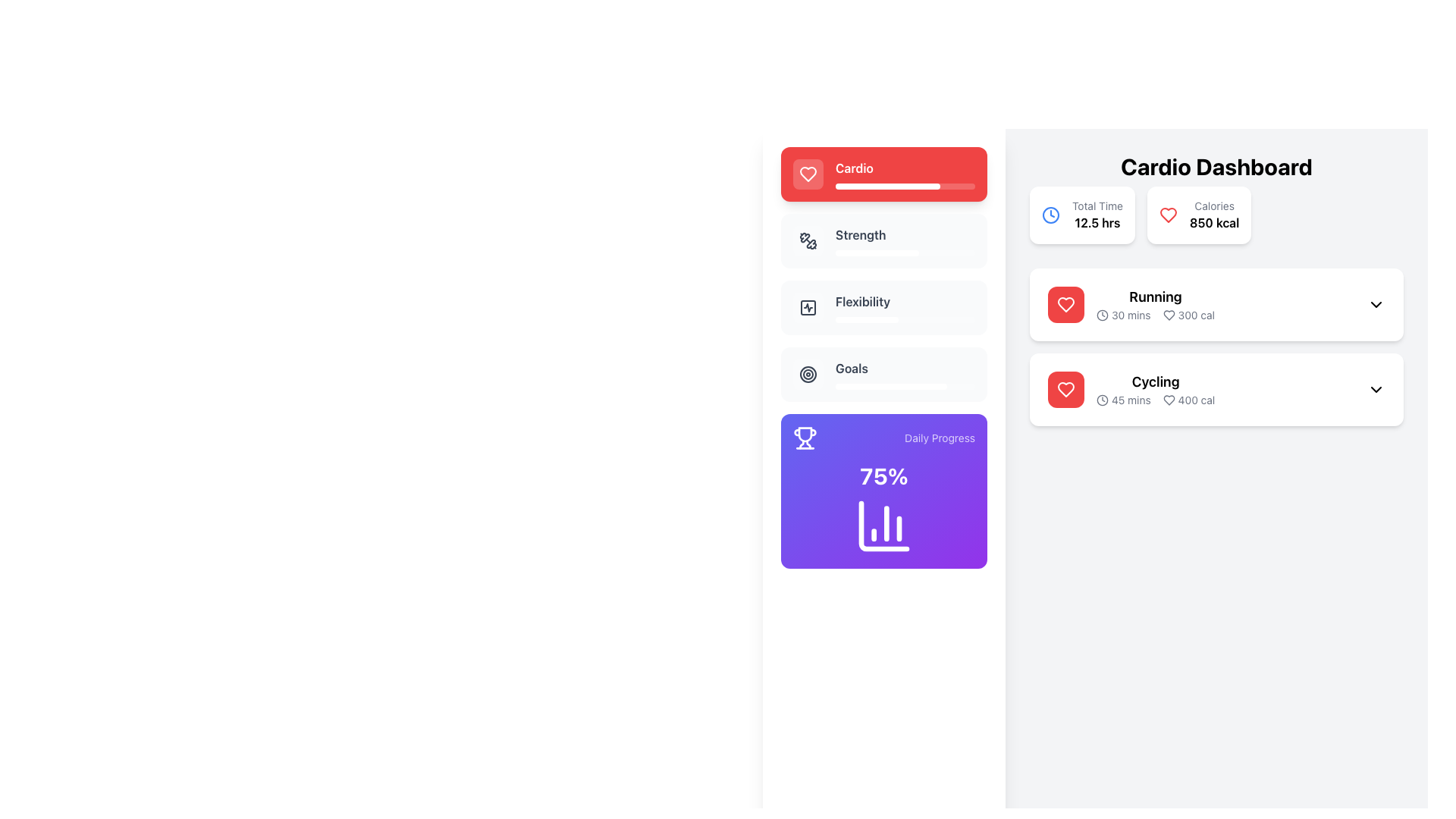 The height and width of the screenshot is (819, 1456). Describe the element at coordinates (1214, 222) in the screenshot. I see `the text label displaying '850 kcal', which is emphasized in bold font and located under the 'Calories' label in the 'Cardio Dashboard' section` at that location.